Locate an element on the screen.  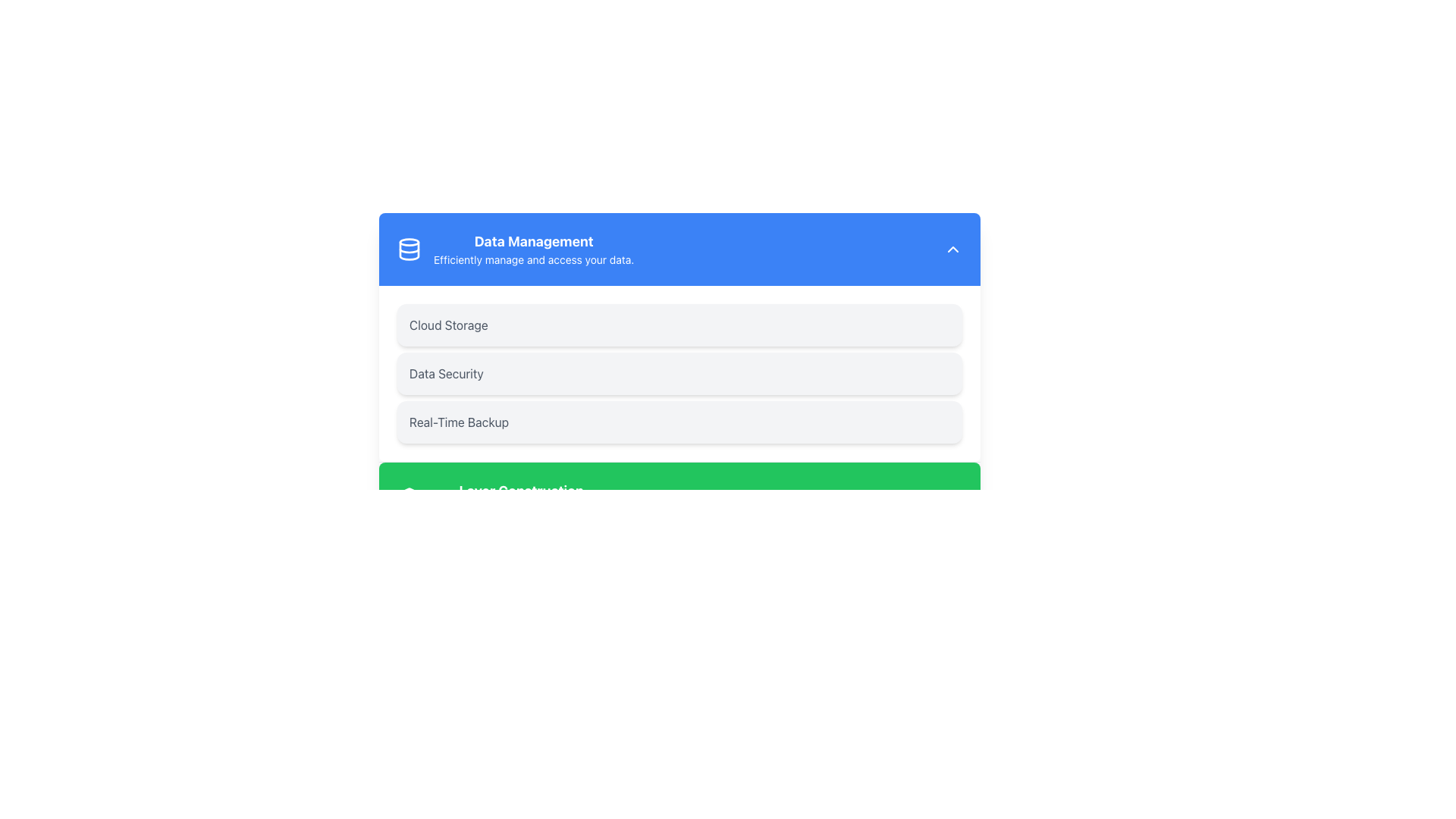
the 'Real-Time Backup' text label, which is the third option under the 'Data Management' section, located below 'Data Security' is located at coordinates (458, 422).